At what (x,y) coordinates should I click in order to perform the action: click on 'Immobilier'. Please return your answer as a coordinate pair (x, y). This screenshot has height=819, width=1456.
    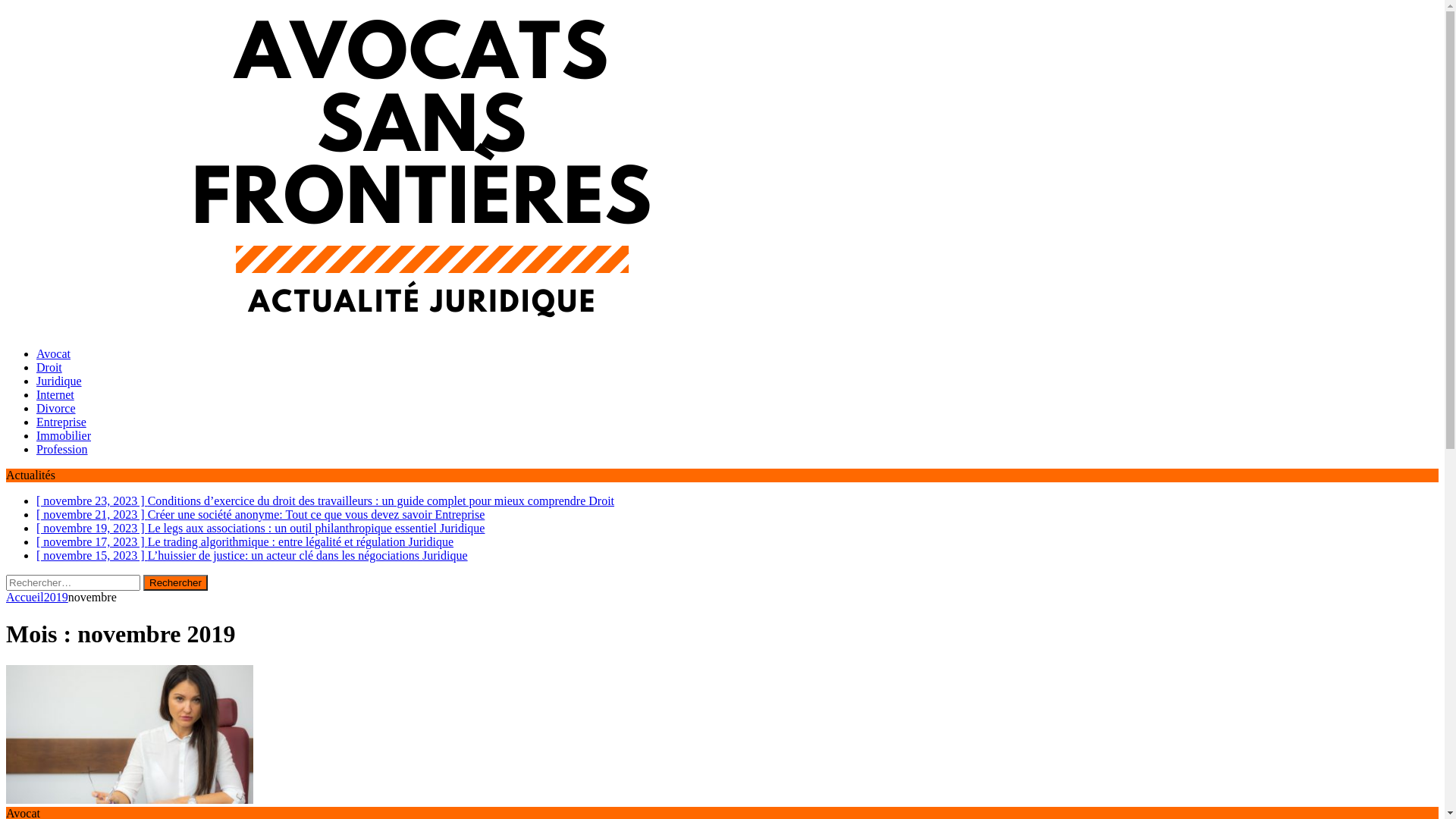
    Looking at the image, I should click on (62, 435).